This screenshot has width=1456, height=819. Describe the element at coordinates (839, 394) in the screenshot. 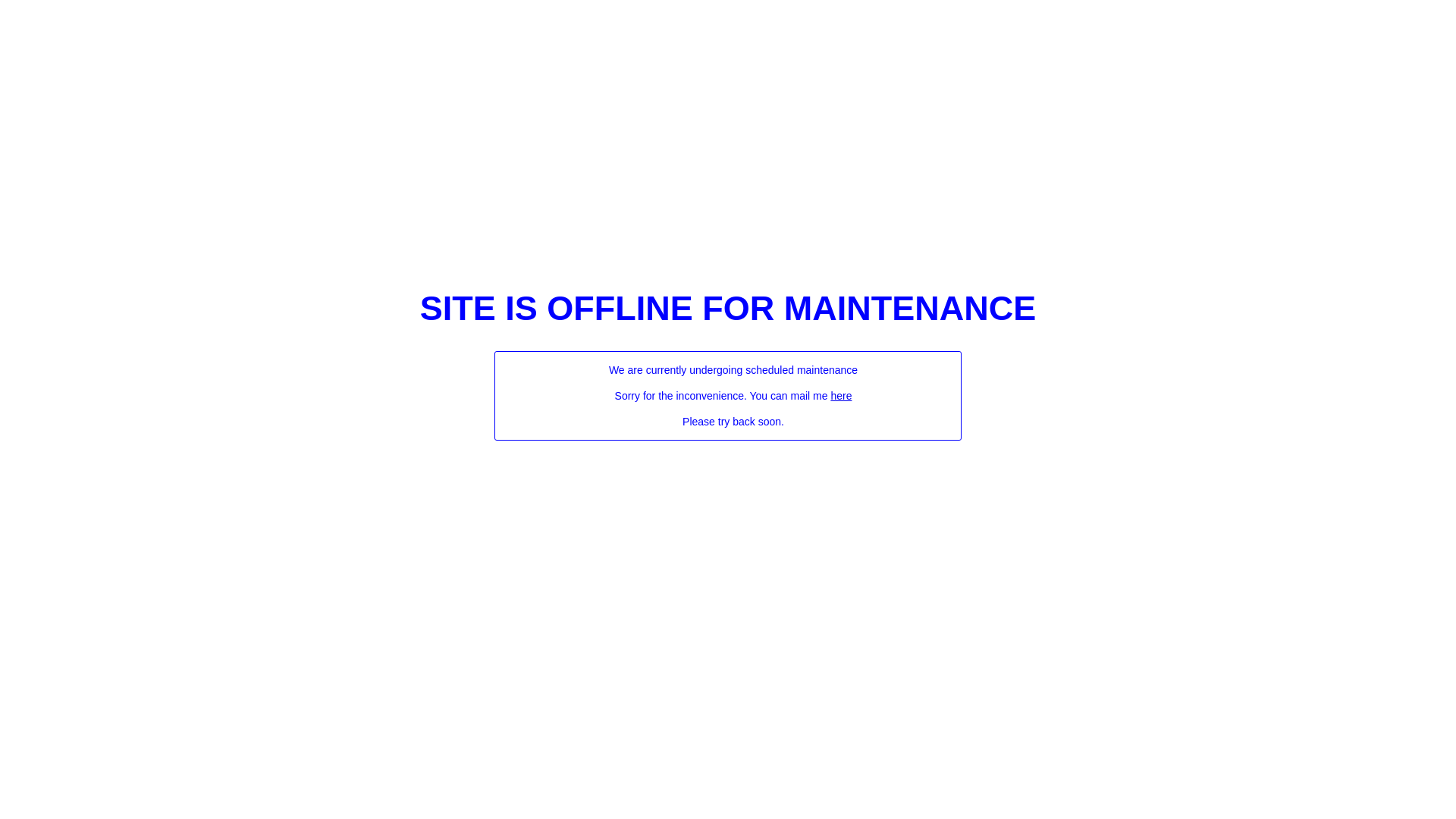

I see `'here'` at that location.